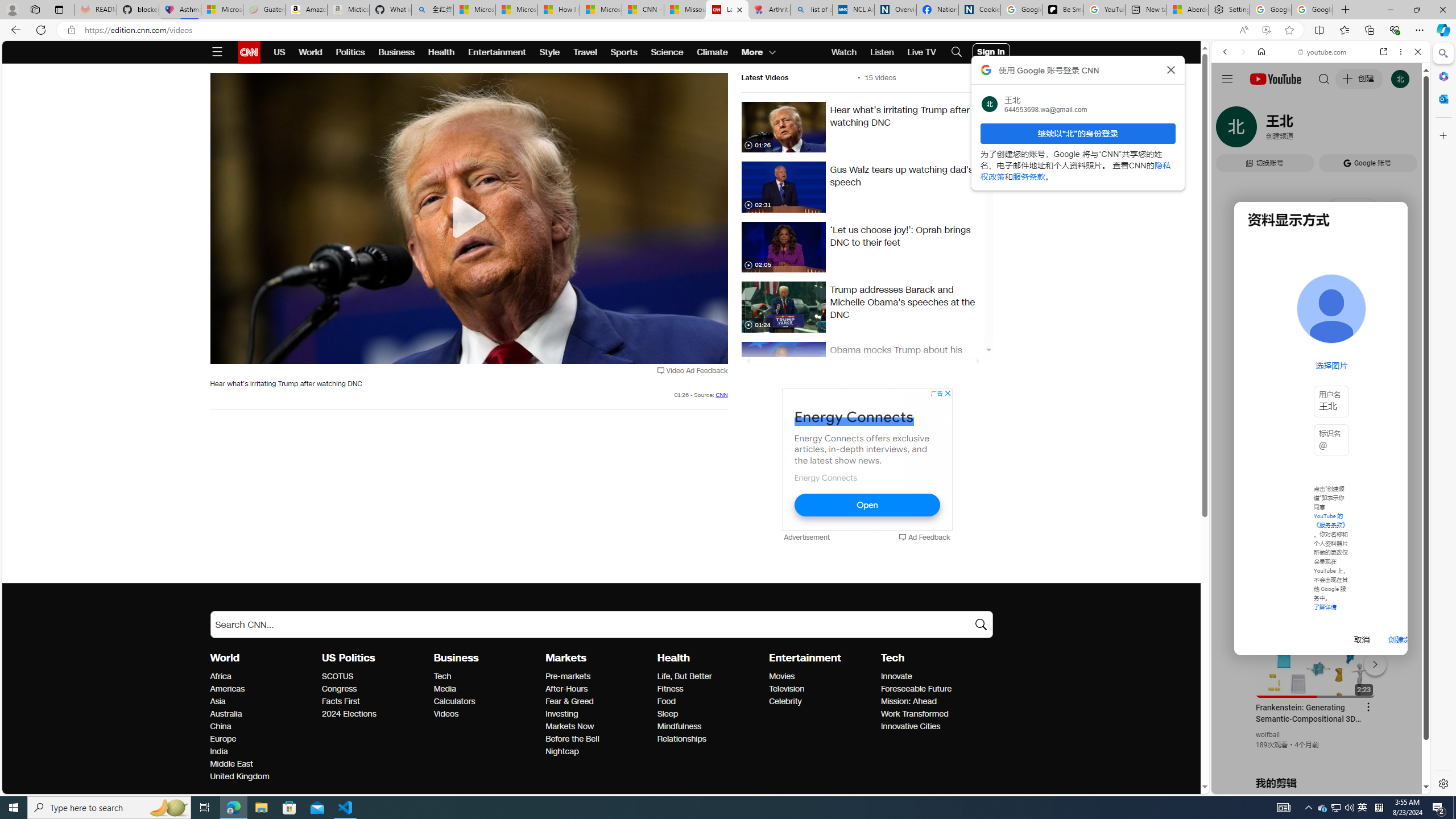  Describe the element at coordinates (568, 676) in the screenshot. I see `'Markets Pre-markets'` at that location.